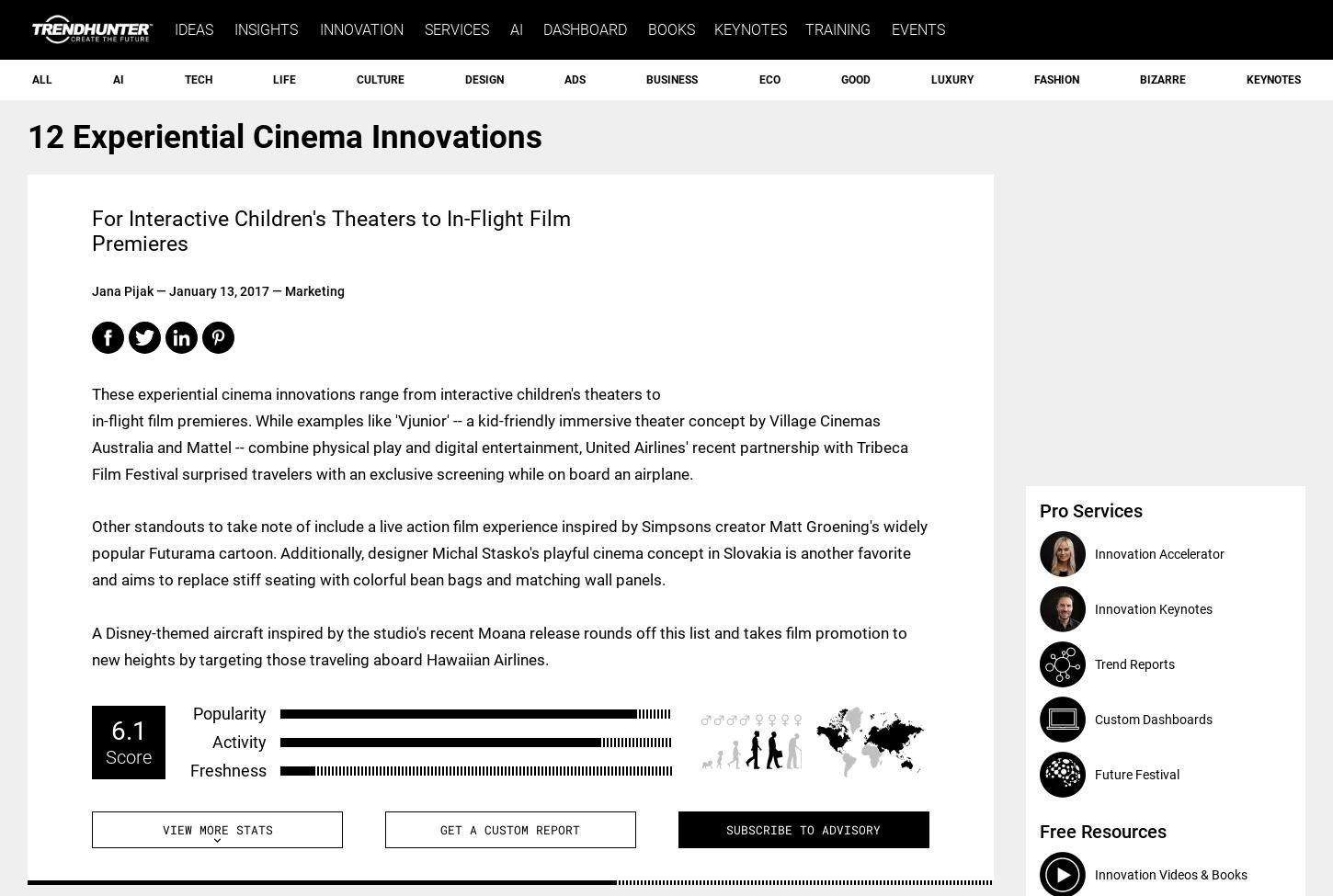 The width and height of the screenshot is (1333, 896). Describe the element at coordinates (266, 29) in the screenshot. I see `'Insights'` at that location.